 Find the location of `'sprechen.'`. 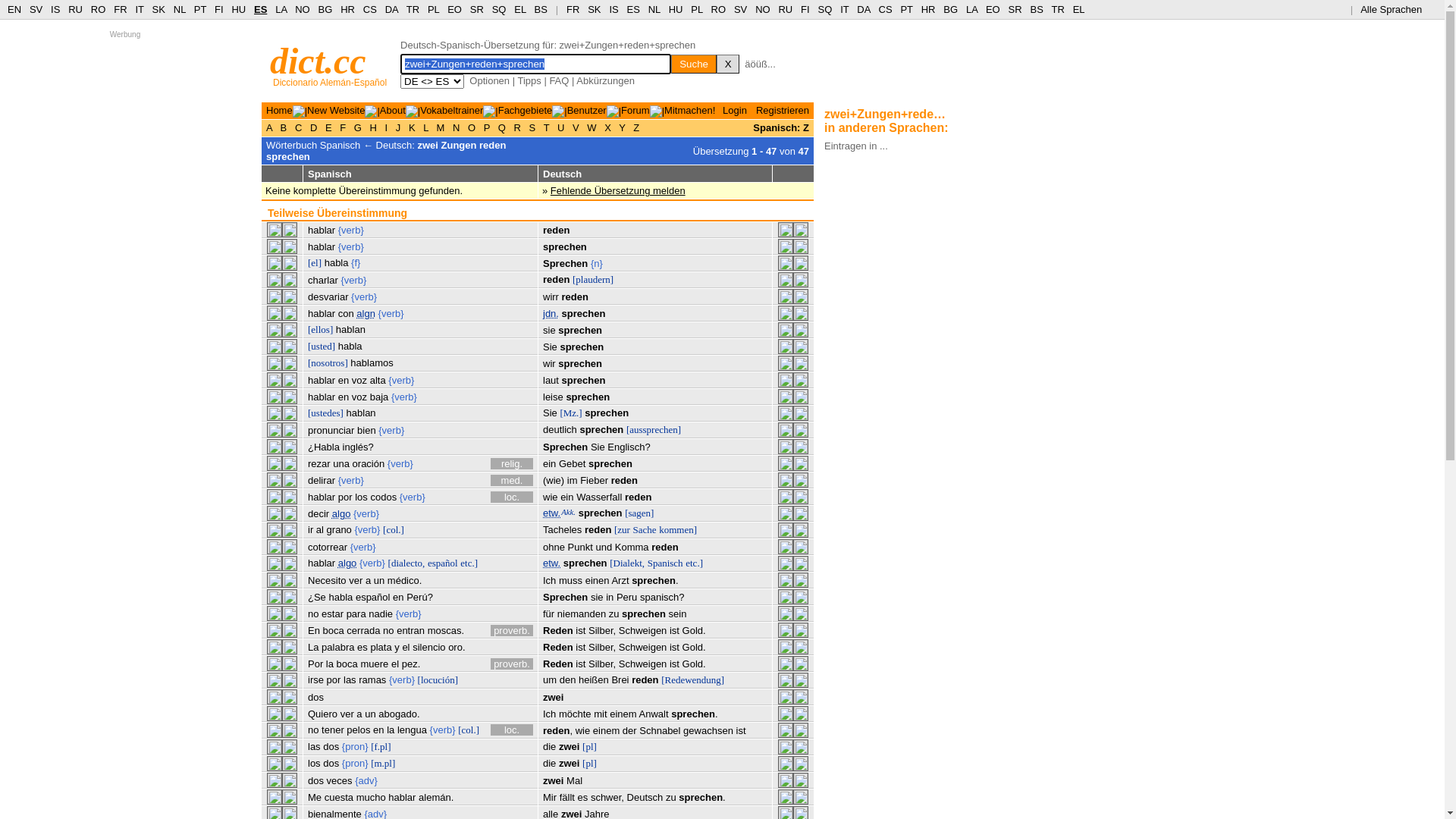

'sprechen.' is located at coordinates (670, 714).